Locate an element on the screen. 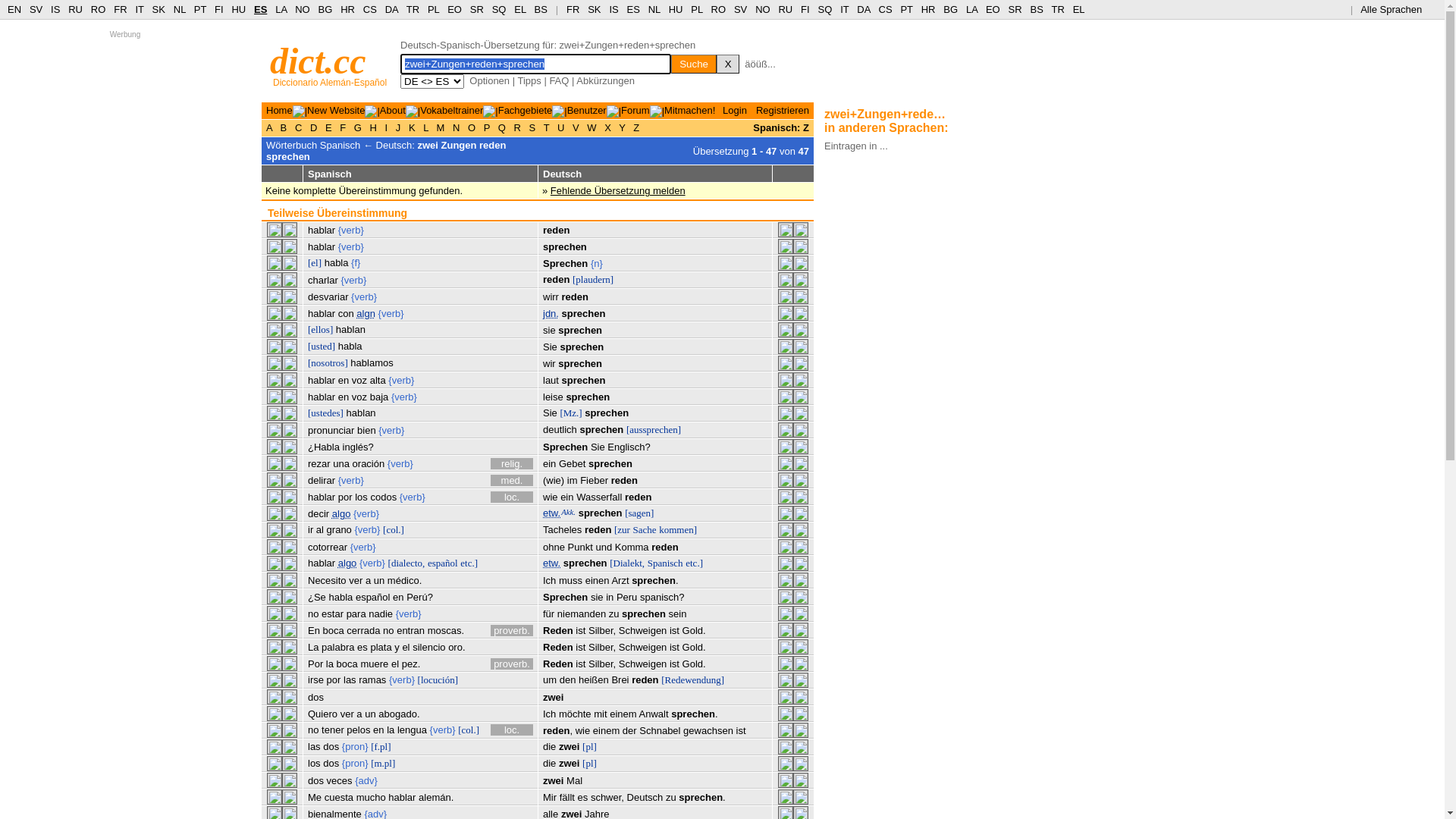 The height and width of the screenshot is (819, 1456). 'BS' is located at coordinates (541, 9).